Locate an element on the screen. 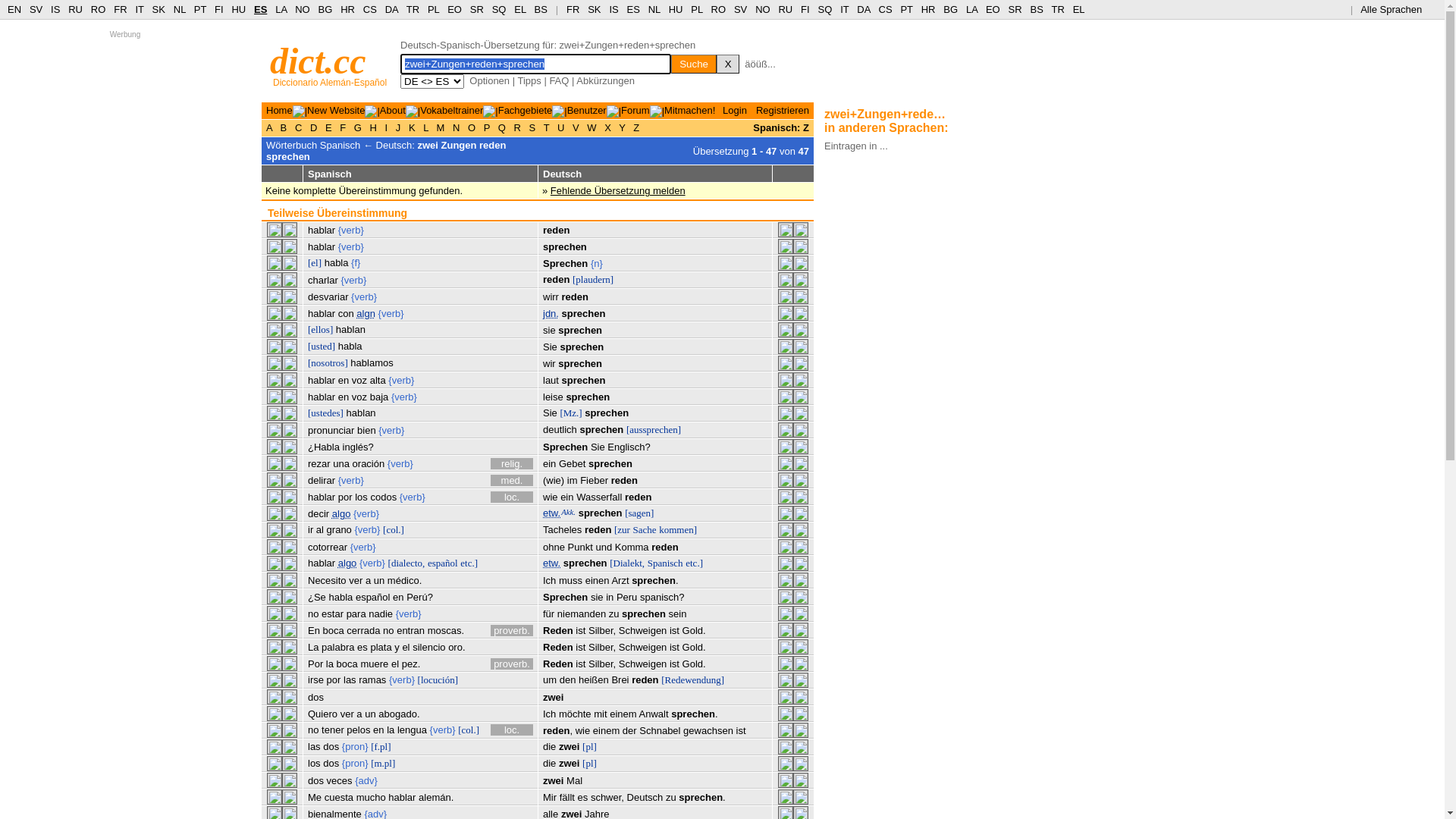 The height and width of the screenshot is (819, 1456). 'BS' is located at coordinates (541, 9).